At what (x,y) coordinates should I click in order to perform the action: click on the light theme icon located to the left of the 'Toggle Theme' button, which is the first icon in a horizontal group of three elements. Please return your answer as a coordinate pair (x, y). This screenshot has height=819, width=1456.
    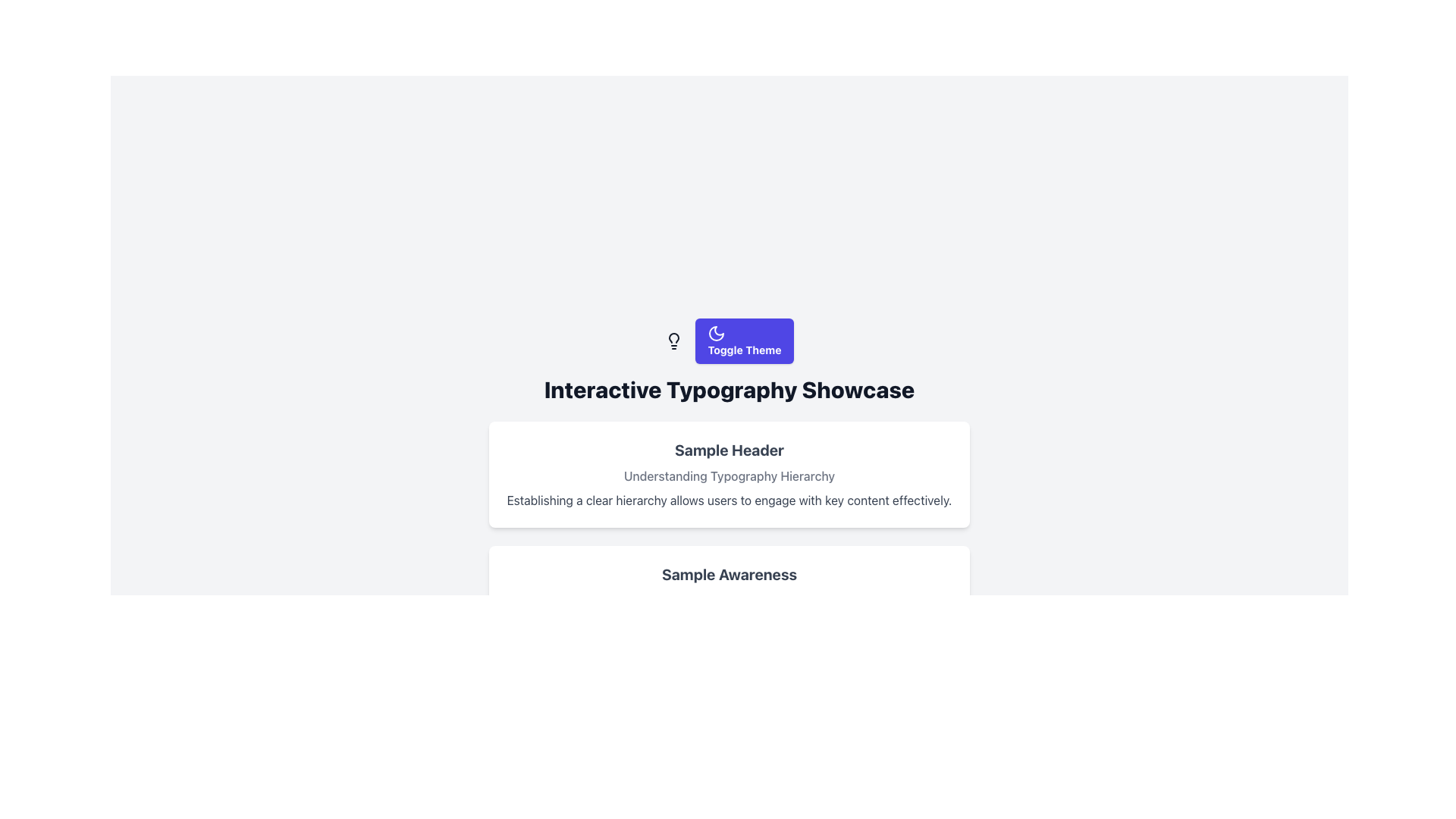
    Looking at the image, I should click on (673, 341).